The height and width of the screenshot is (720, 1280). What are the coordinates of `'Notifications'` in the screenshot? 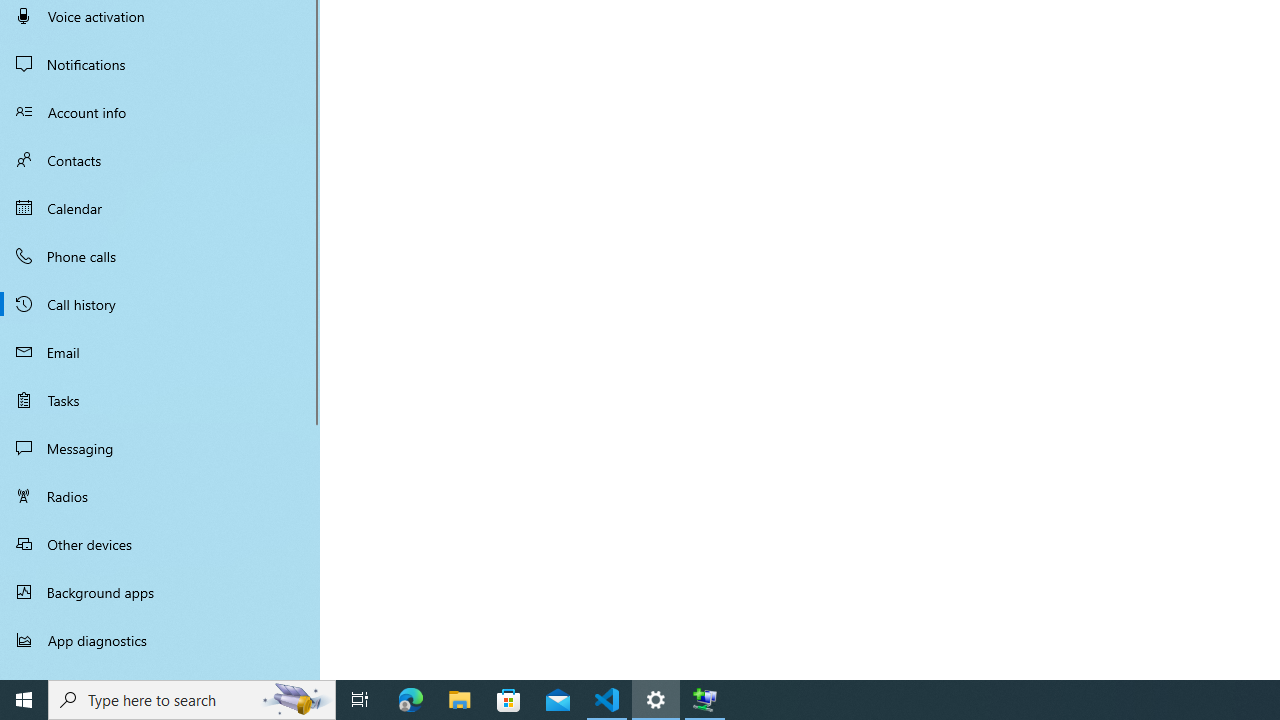 It's located at (160, 63).